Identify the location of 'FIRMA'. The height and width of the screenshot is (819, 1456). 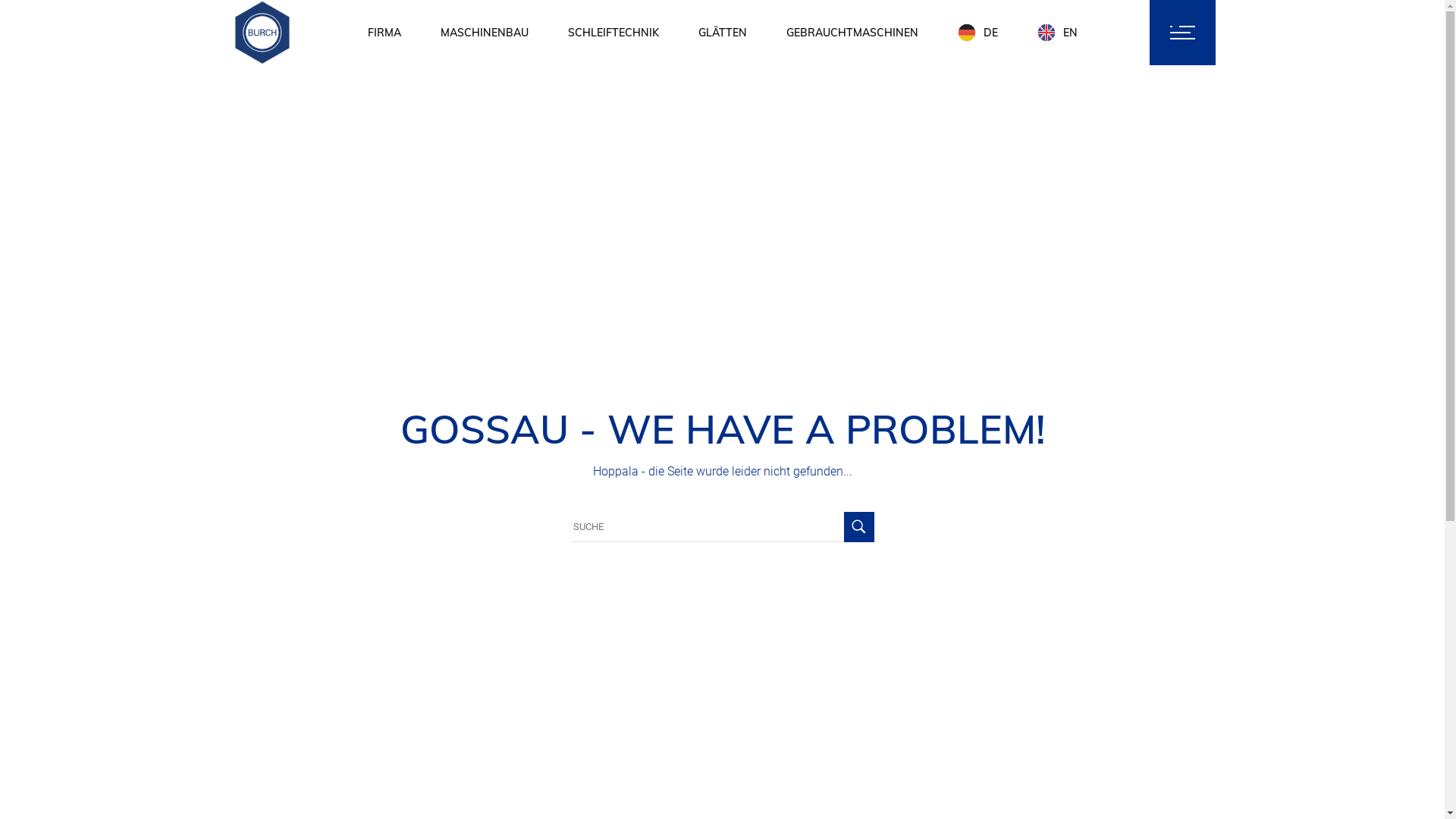
(383, 32).